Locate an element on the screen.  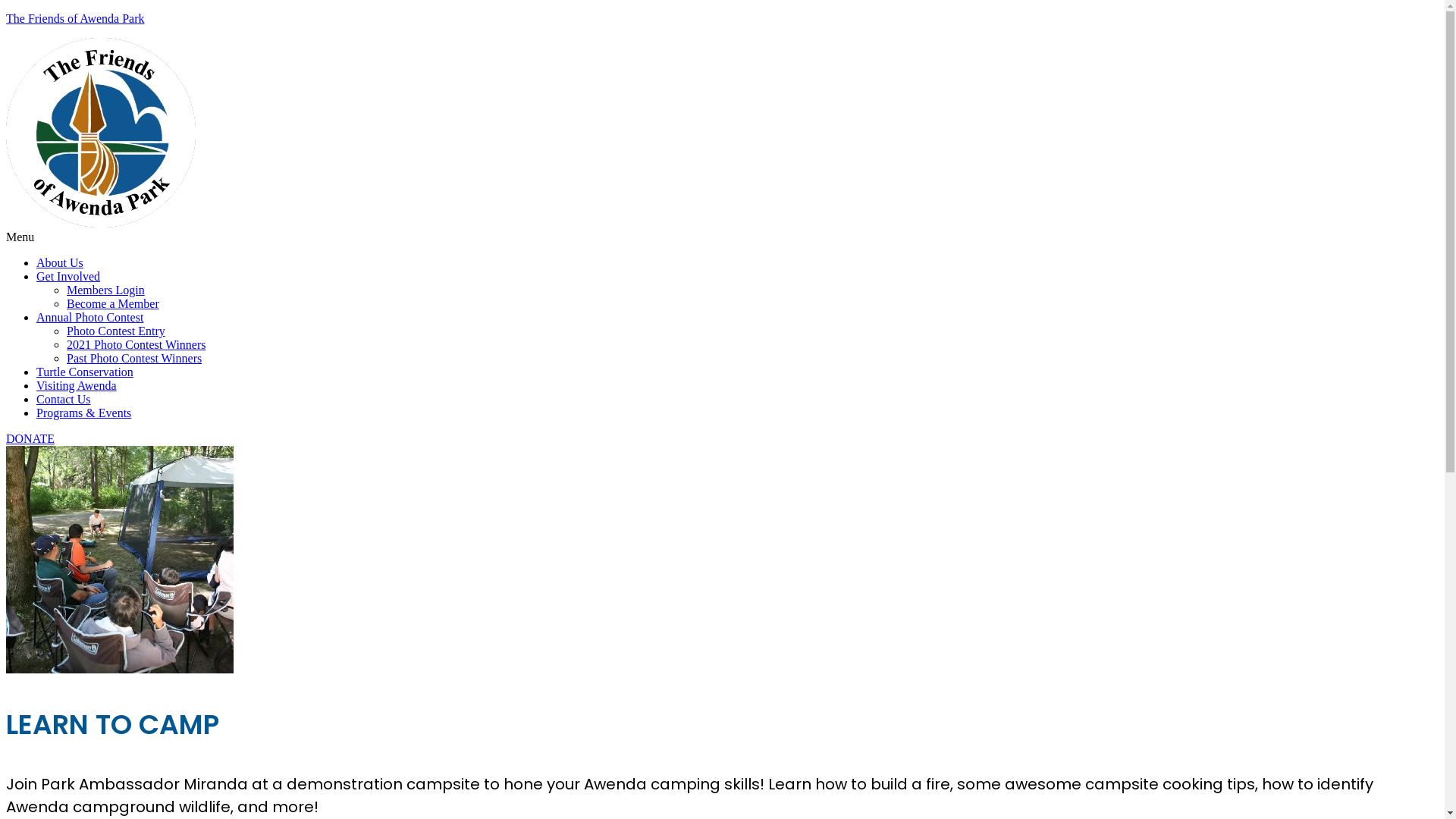
'Get Involved' is located at coordinates (67, 276).